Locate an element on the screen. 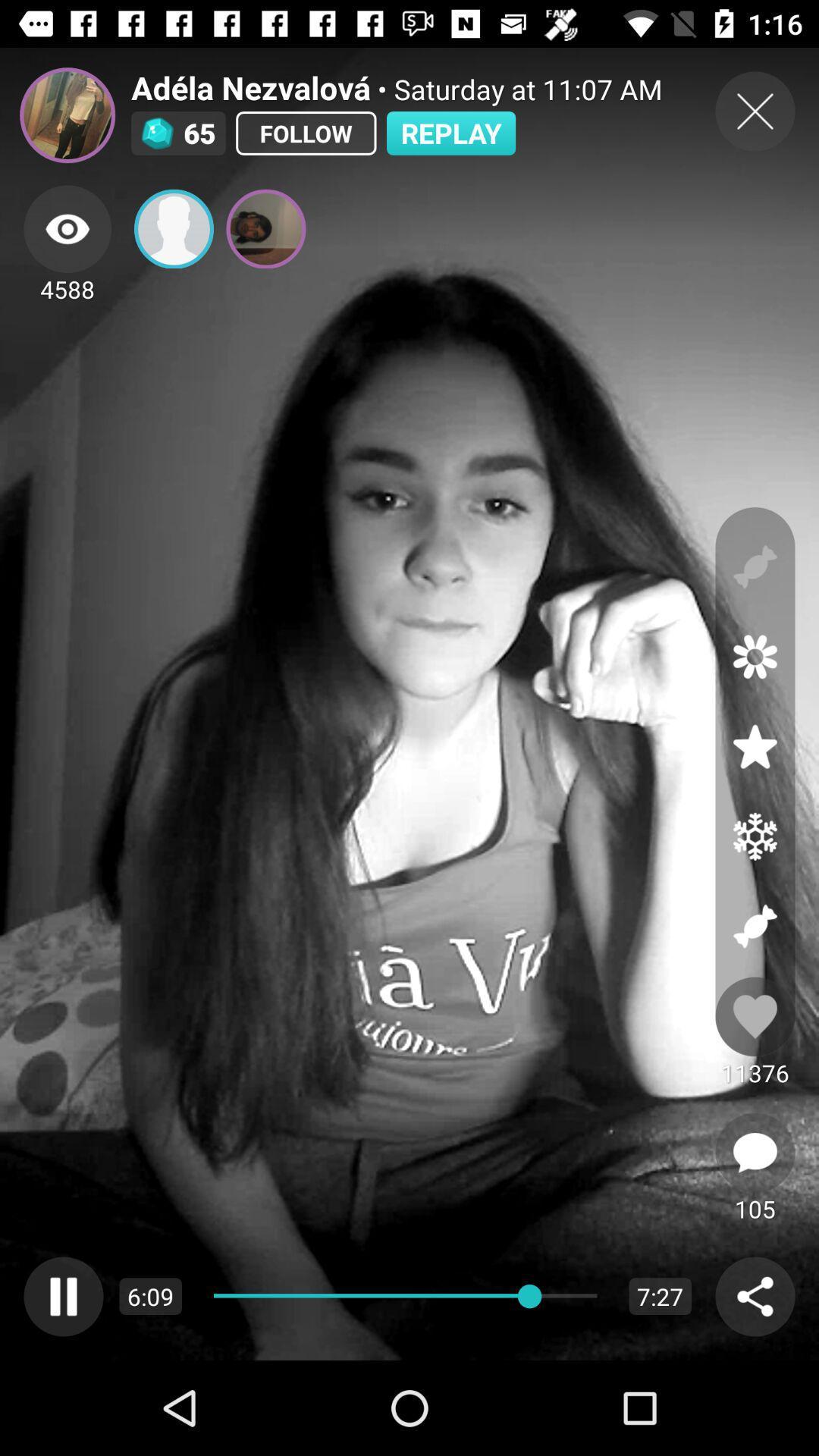 The image size is (819, 1456). the star icon is located at coordinates (755, 746).